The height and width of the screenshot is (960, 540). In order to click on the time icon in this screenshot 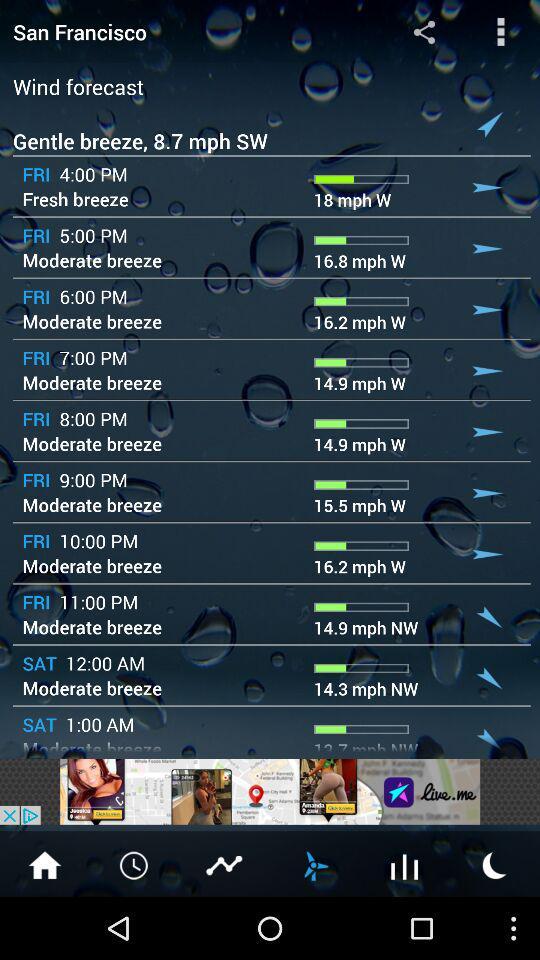, I will do `click(135, 925)`.